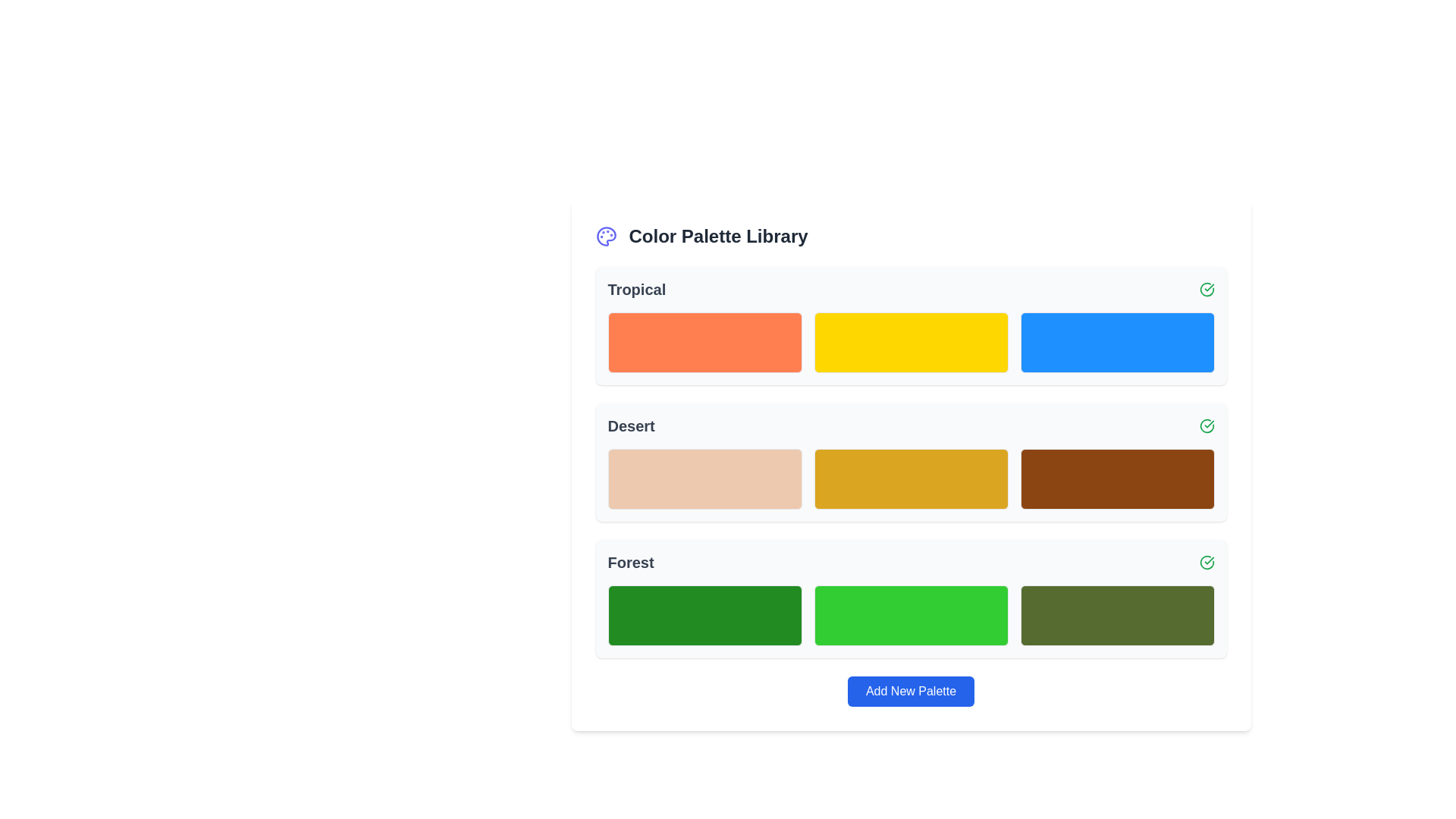 Image resolution: width=1456 pixels, height=819 pixels. Describe the element at coordinates (1206, 426) in the screenshot. I see `the status confirmation icon indicating the 'Desert' palette located in the 'Color Palette Library' interface, positioned towards the right edge of the title area` at that location.